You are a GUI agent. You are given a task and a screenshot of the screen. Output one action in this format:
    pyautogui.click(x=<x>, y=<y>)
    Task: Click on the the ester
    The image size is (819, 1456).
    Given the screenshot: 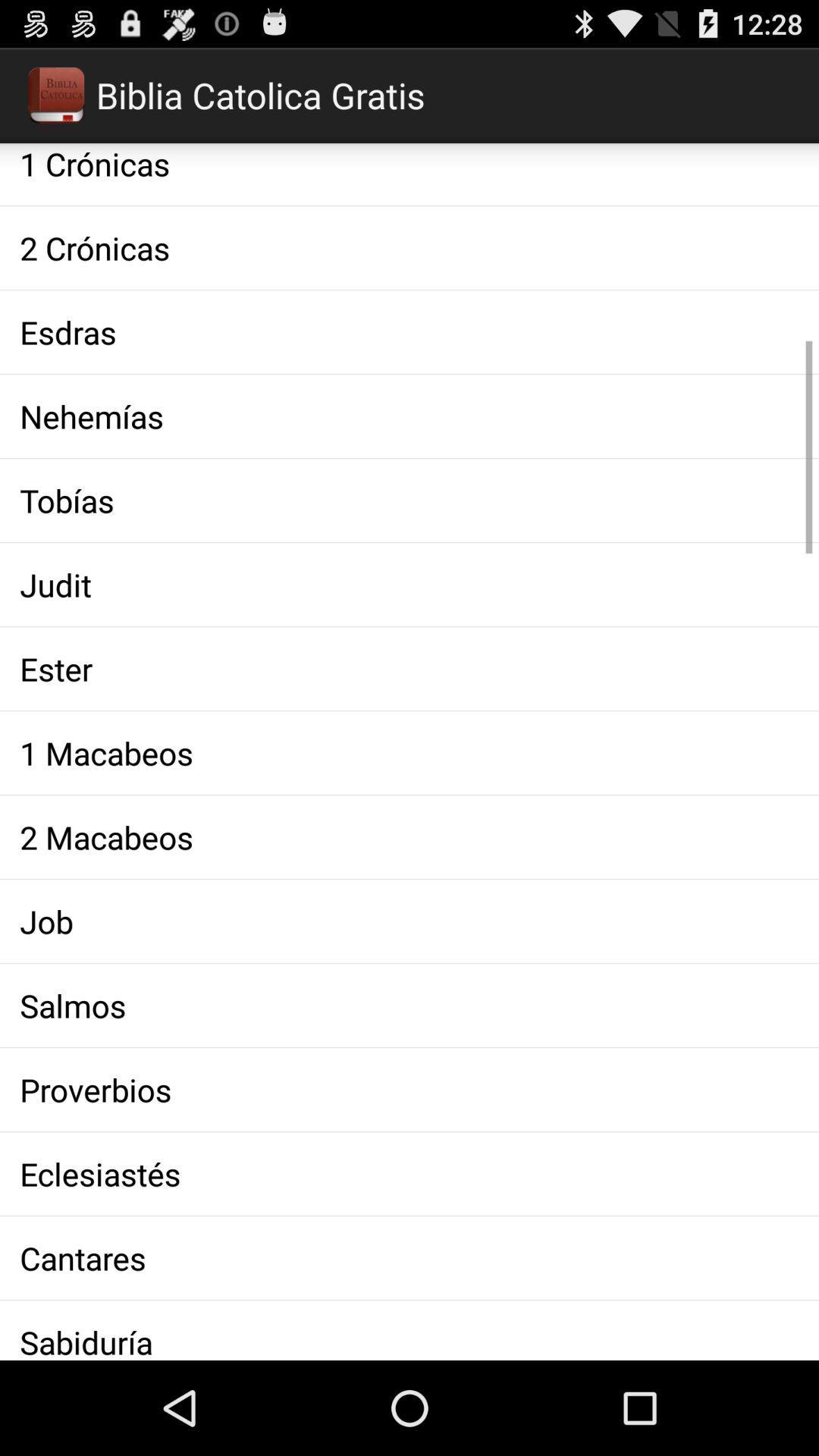 What is the action you would take?
    pyautogui.click(x=409, y=668)
    